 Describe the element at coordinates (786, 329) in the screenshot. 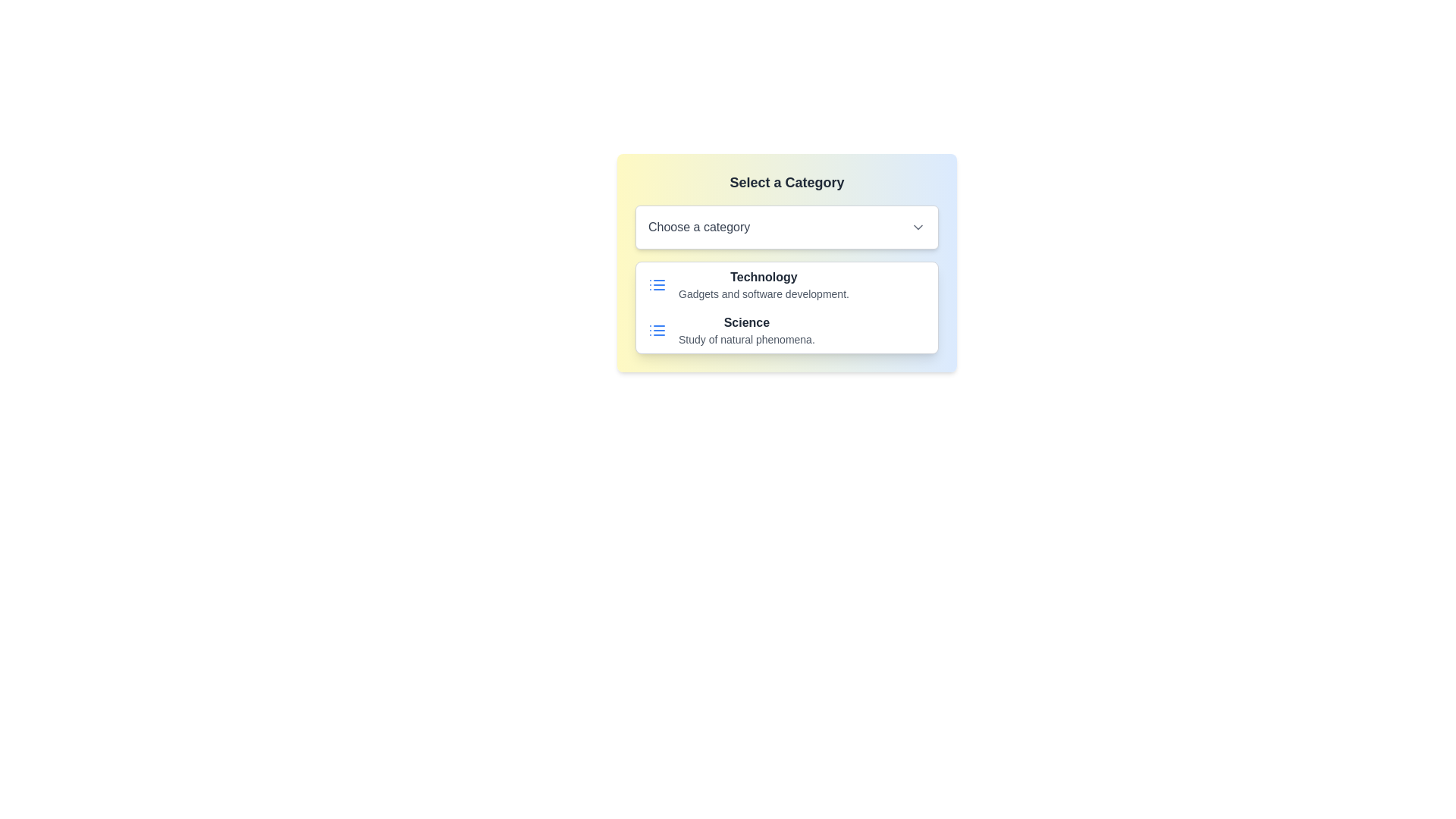

I see `the second informational list item that likely navigates to a 'Science' related section, located below the 'Technology' item` at that location.